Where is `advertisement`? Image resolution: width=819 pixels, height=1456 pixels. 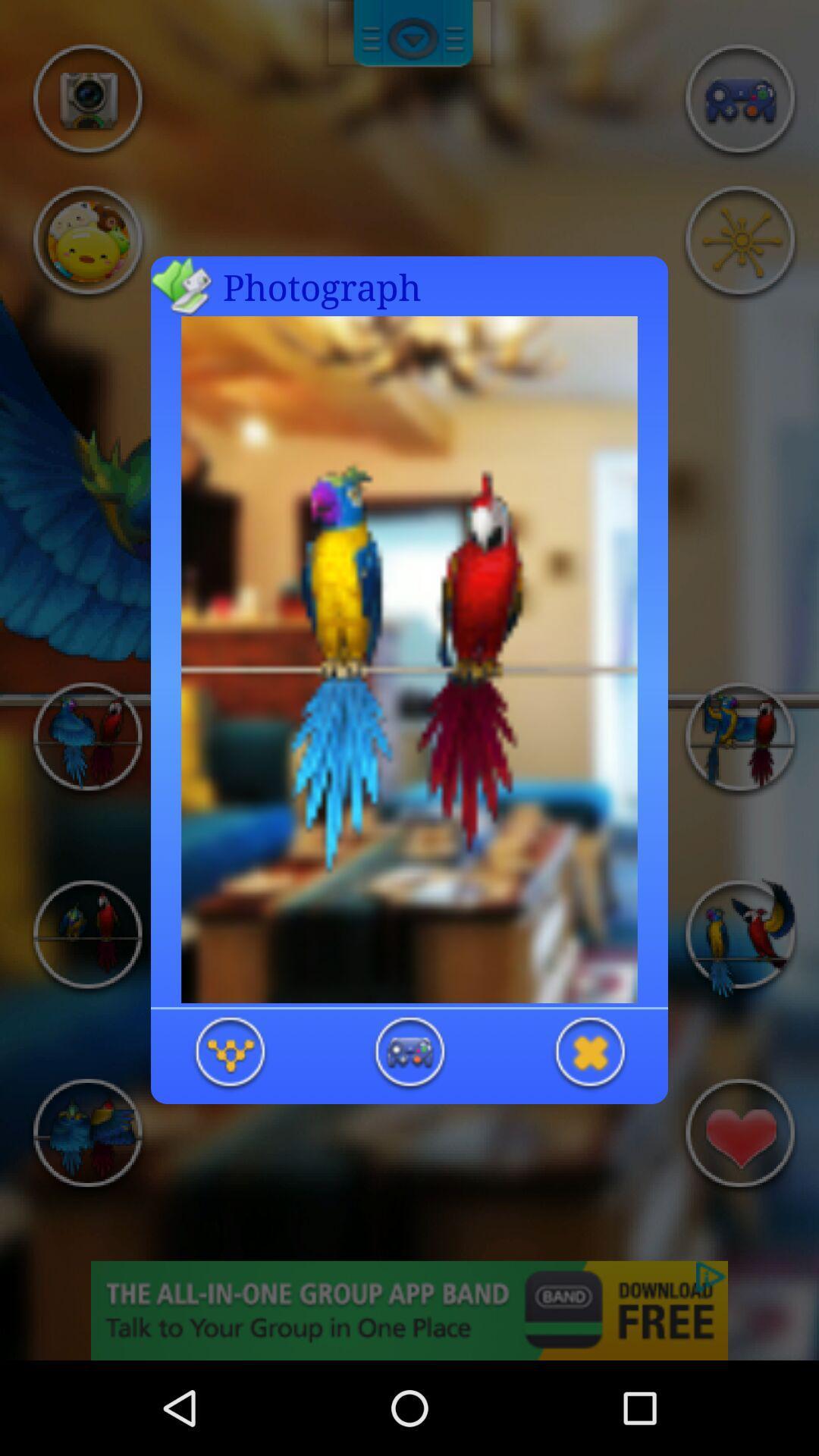 advertisement is located at coordinates (588, 1053).